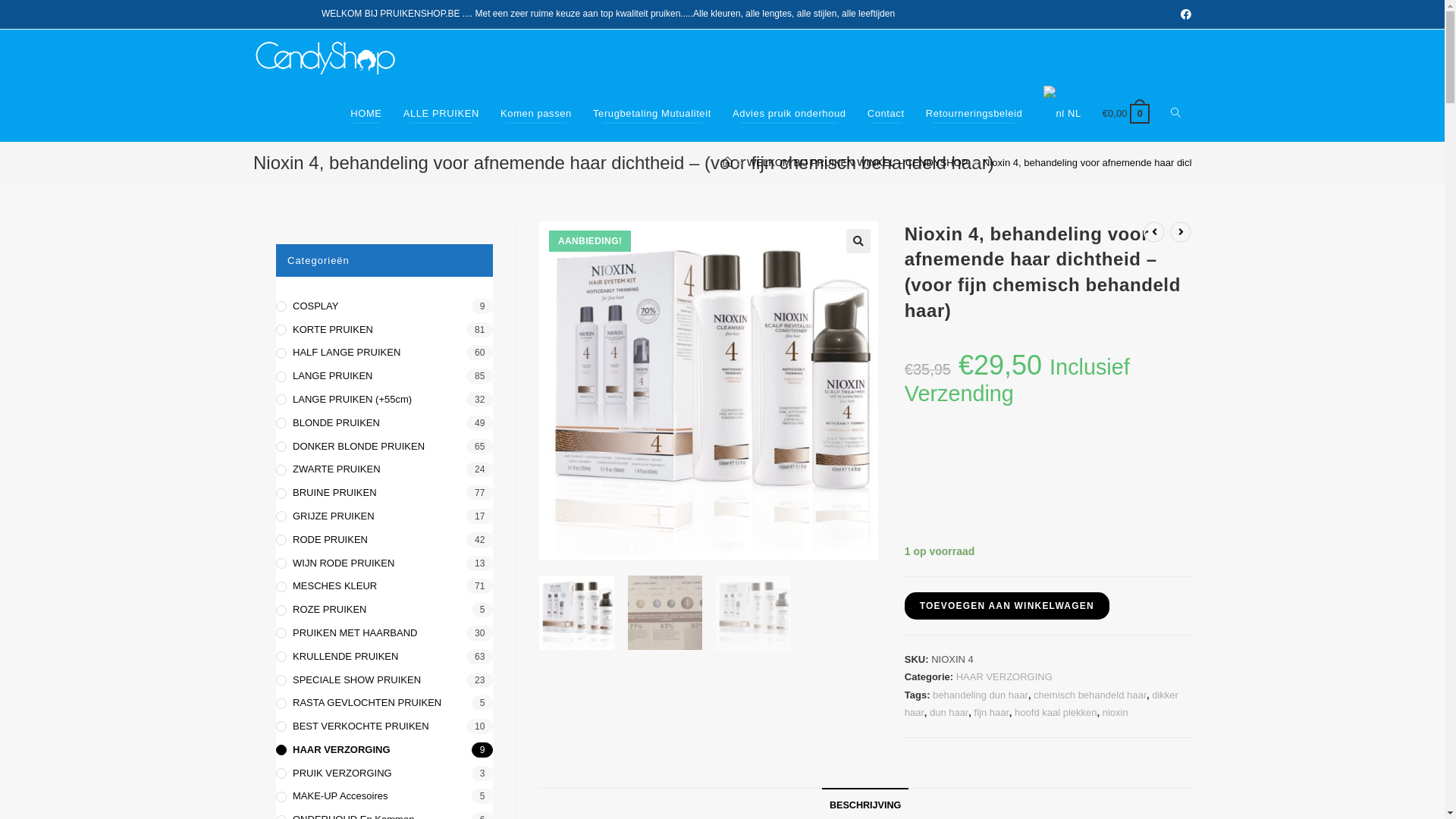 Image resolution: width=1456 pixels, height=819 pixels. I want to click on 'dikker haar', so click(905, 704).